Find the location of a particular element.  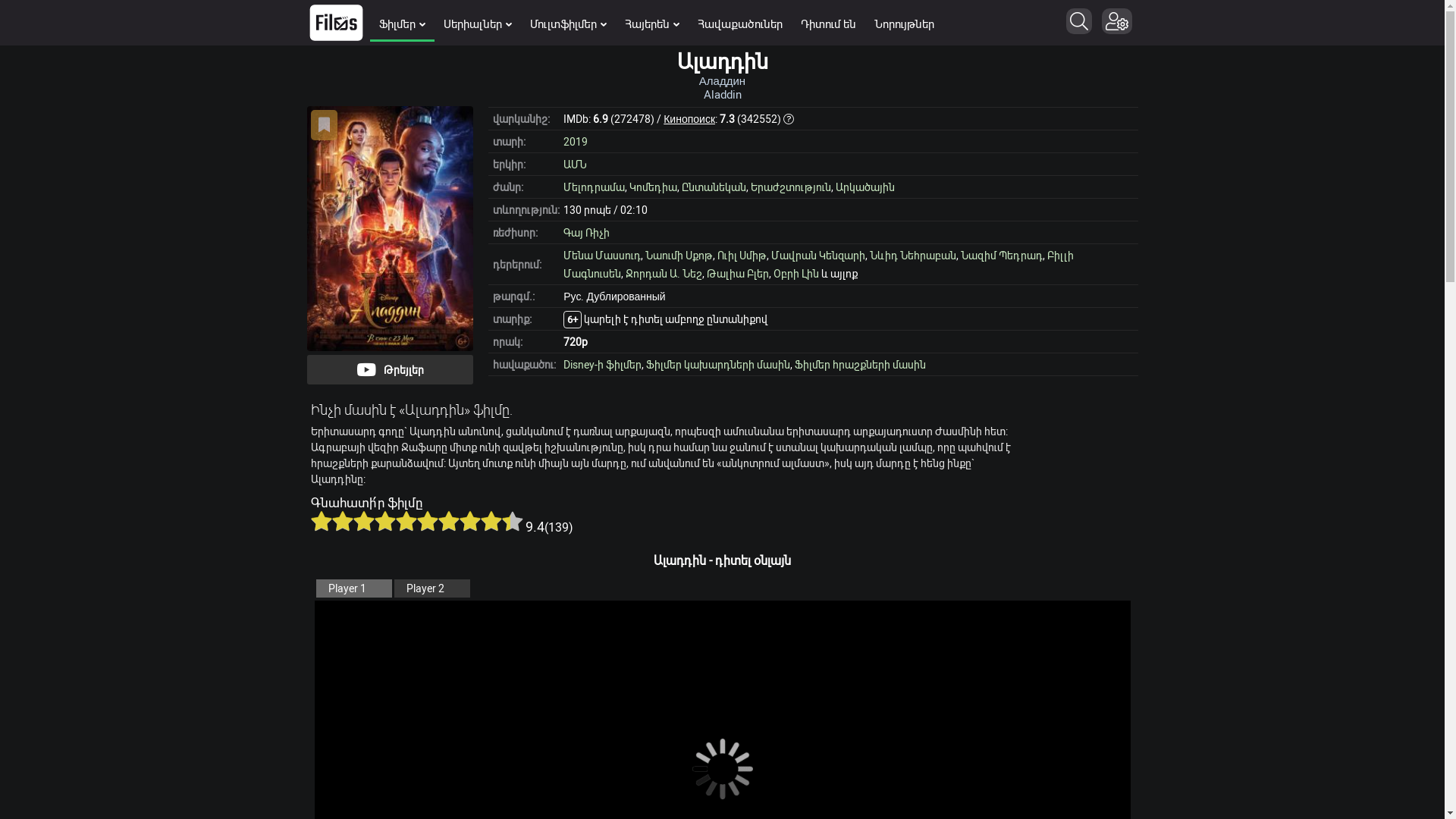

'2' is located at coordinates (341, 519).